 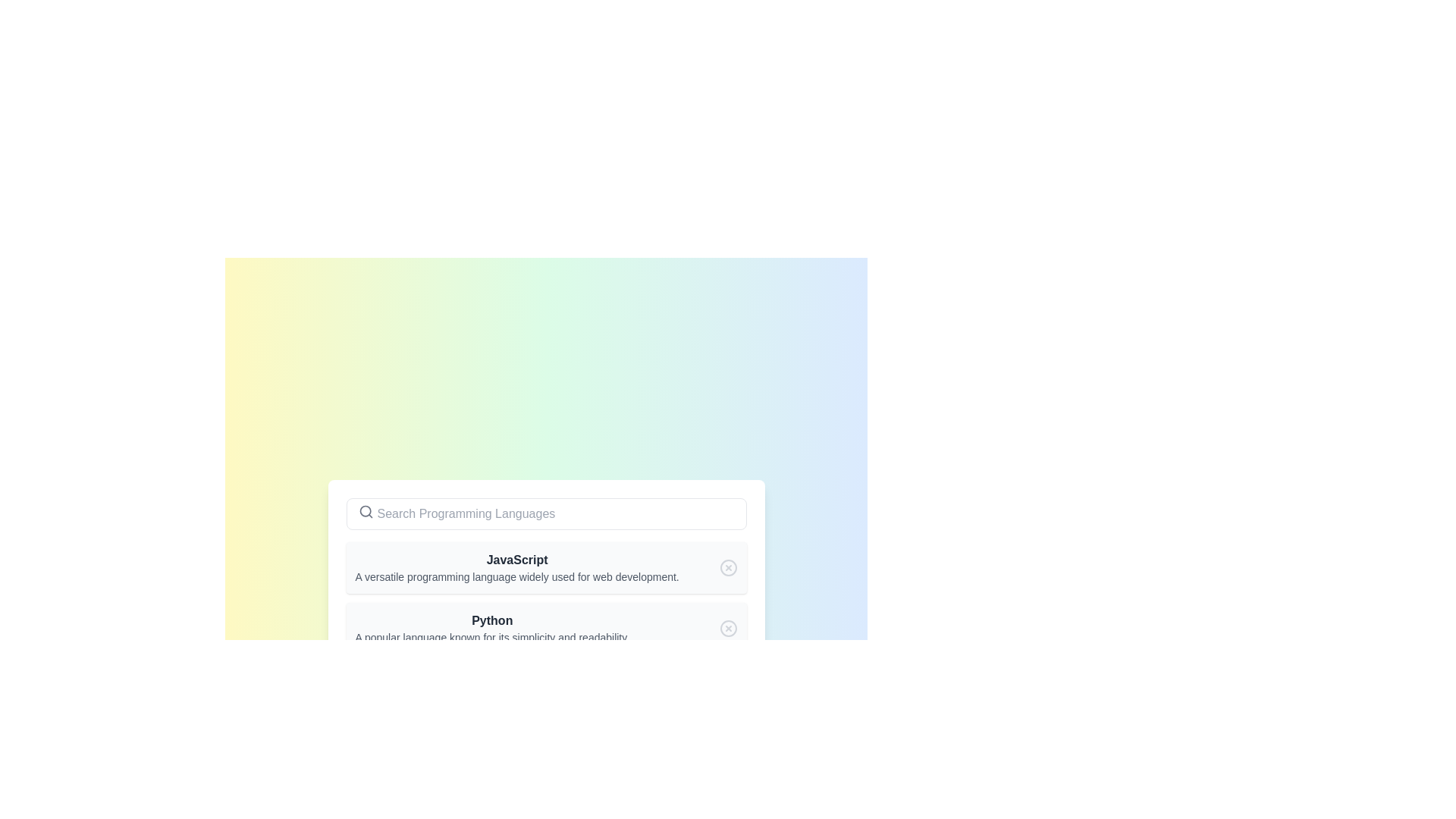 I want to click on the cancel icon with a cross mark inside, so click(x=728, y=629).